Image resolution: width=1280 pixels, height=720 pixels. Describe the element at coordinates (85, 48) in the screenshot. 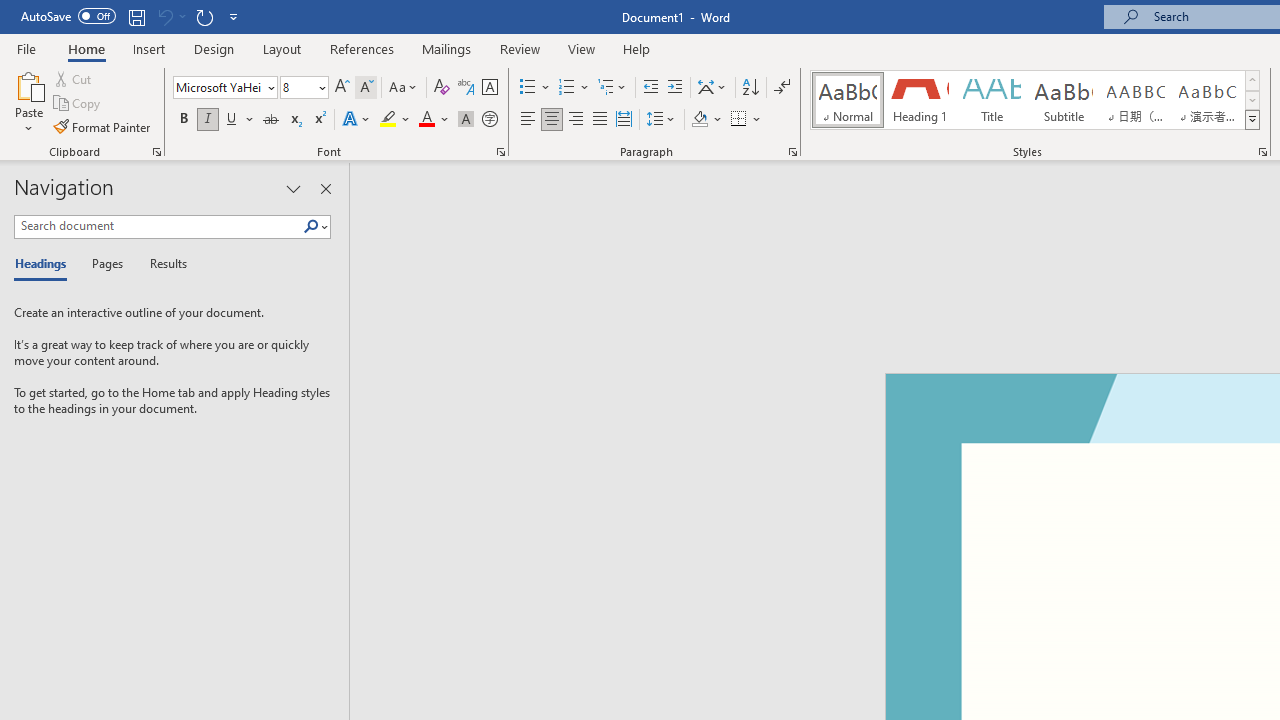

I see `'Home'` at that location.